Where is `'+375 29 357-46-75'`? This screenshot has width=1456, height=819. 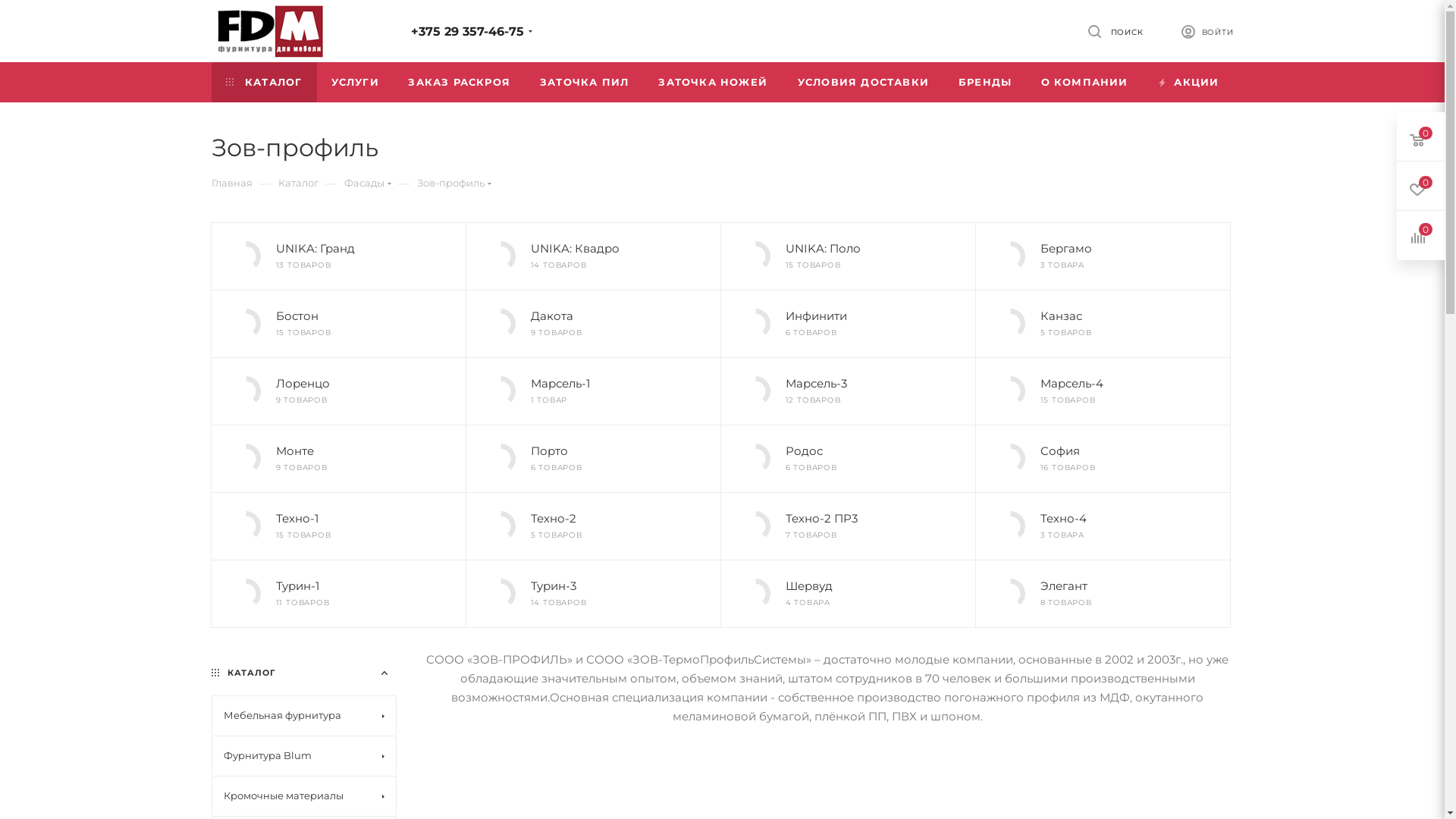
'+375 29 357-46-75' is located at coordinates (466, 31).